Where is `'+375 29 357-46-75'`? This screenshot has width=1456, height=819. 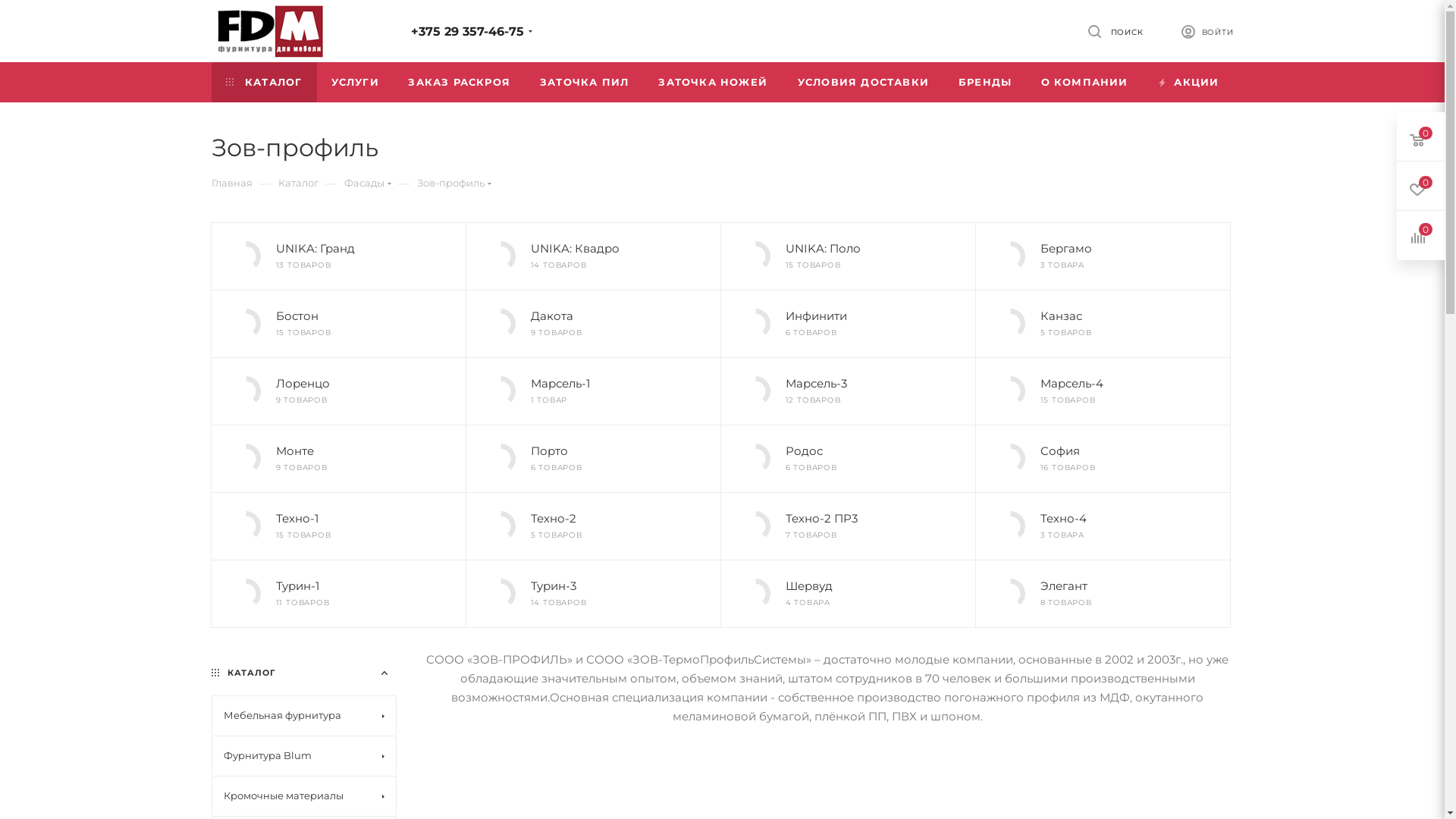
'+375 29 357-46-75' is located at coordinates (466, 31).